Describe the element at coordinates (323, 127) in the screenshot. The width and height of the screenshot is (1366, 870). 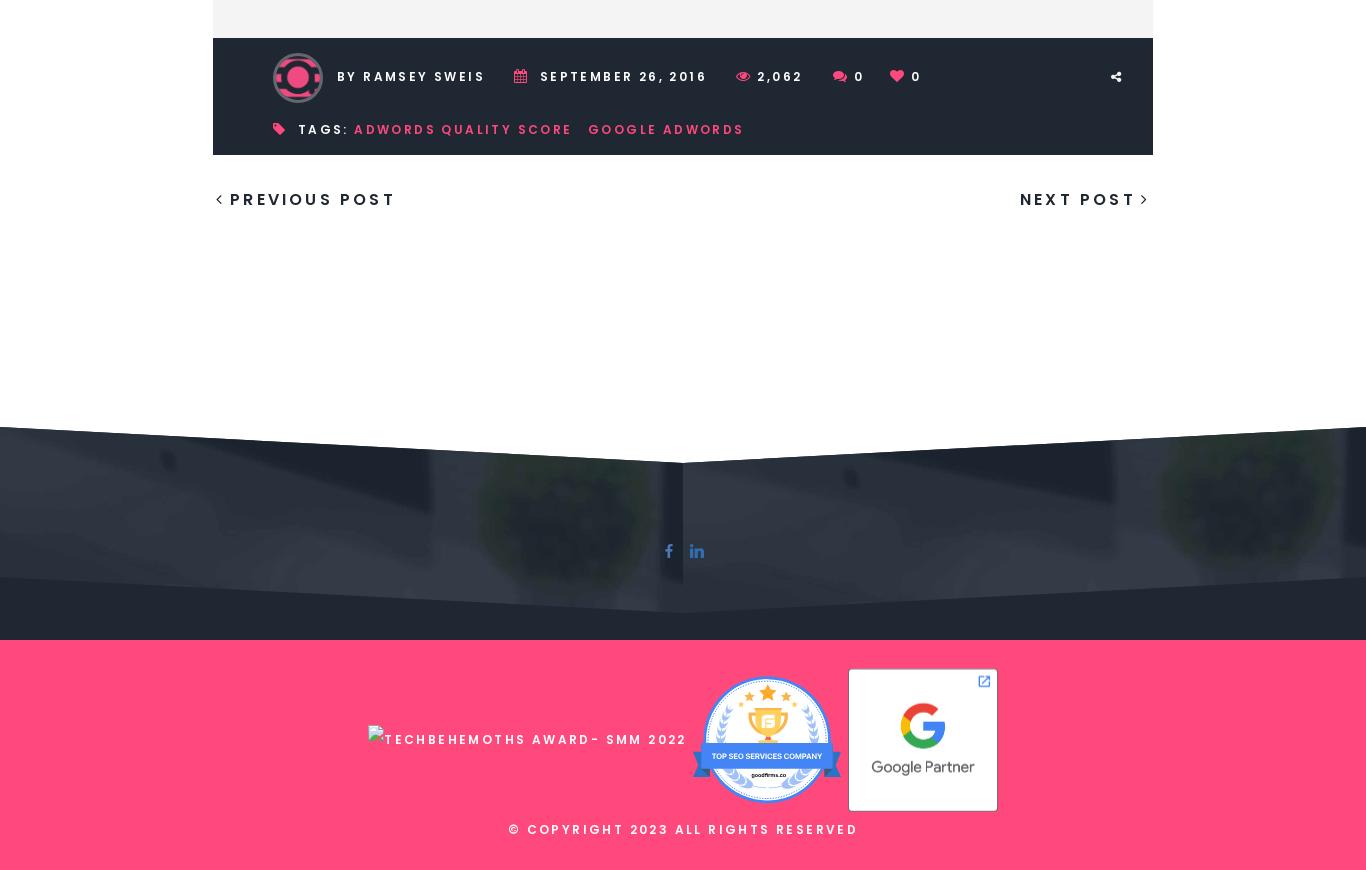
I see `'Tags:'` at that location.